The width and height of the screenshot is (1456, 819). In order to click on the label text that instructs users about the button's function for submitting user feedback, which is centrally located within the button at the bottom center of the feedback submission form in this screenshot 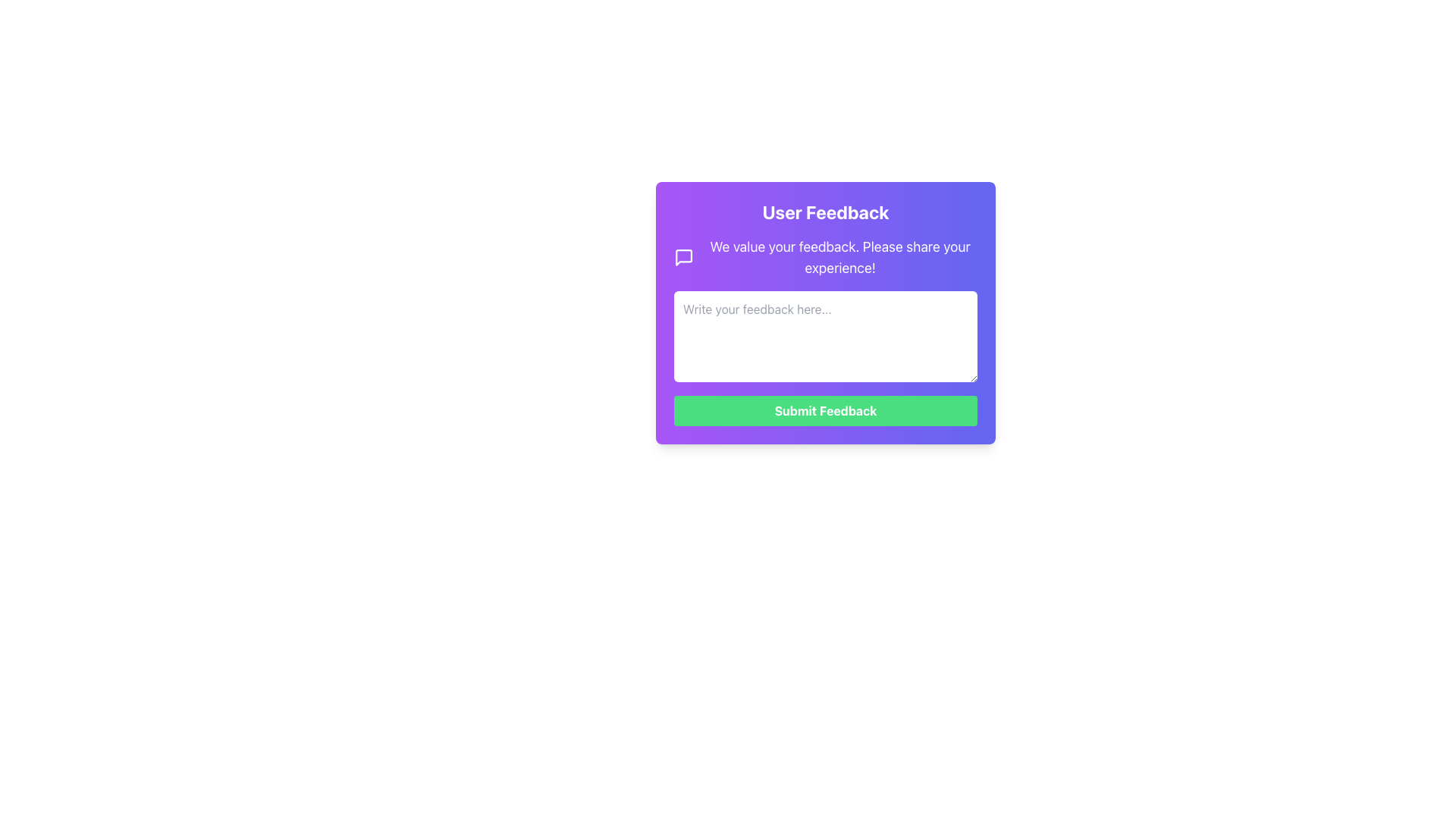, I will do `click(825, 411)`.